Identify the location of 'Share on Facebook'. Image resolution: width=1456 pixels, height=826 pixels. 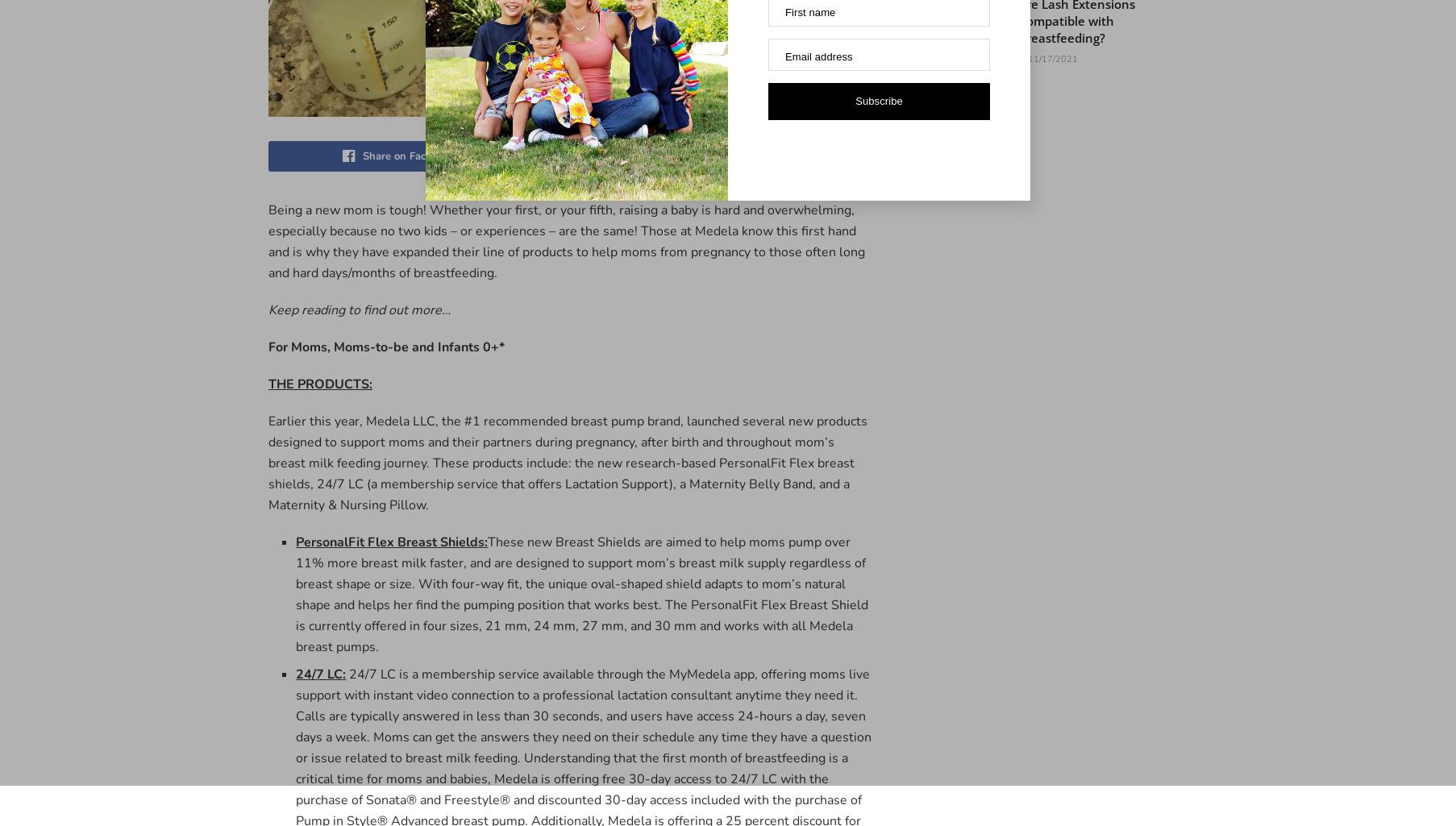
(362, 156).